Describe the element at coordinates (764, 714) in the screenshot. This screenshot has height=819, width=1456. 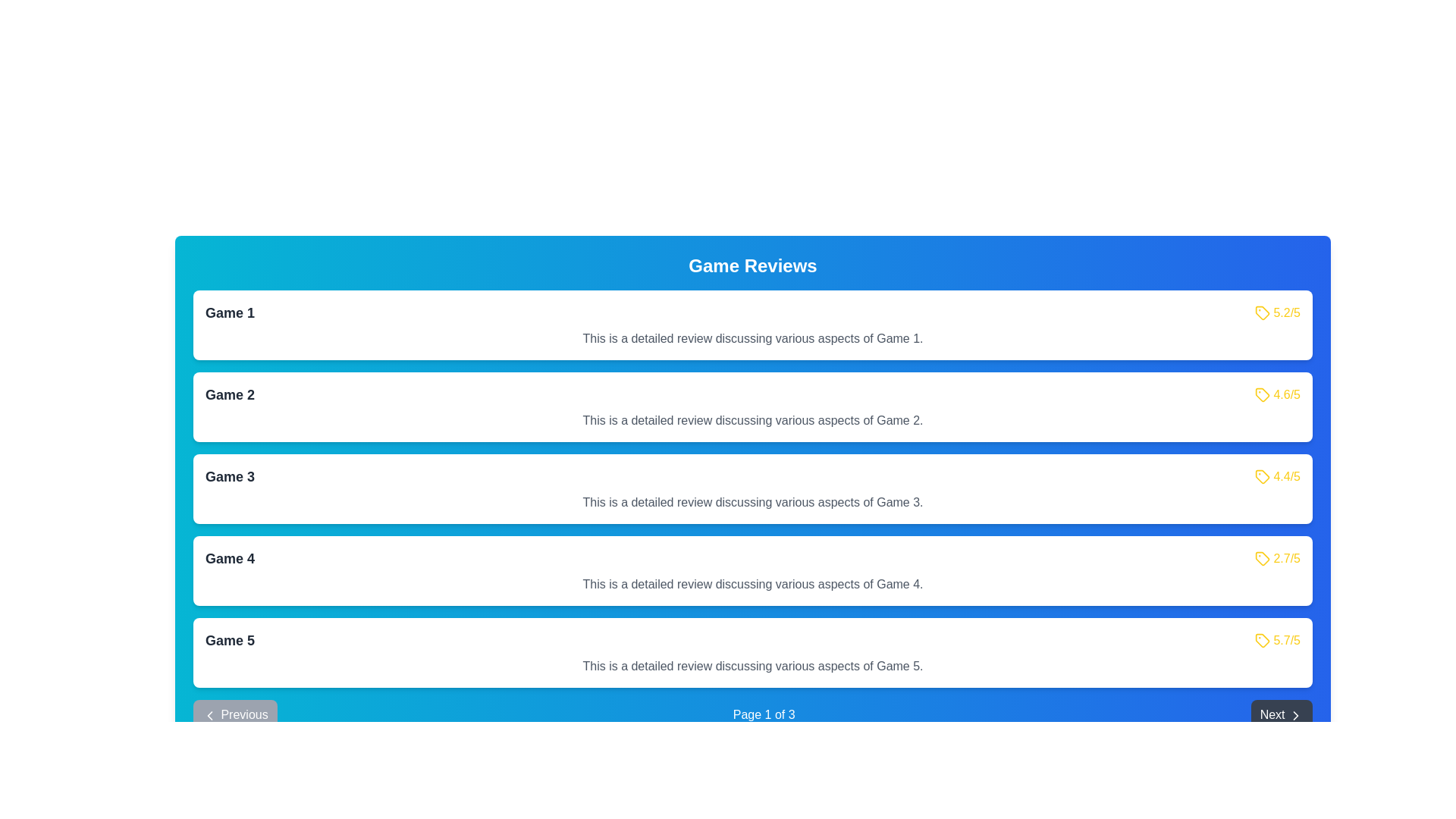
I see `the text label that displays the current page number and total number of pages in the pagination scheme, located between the 'Previous' and 'Next' buttons` at that location.